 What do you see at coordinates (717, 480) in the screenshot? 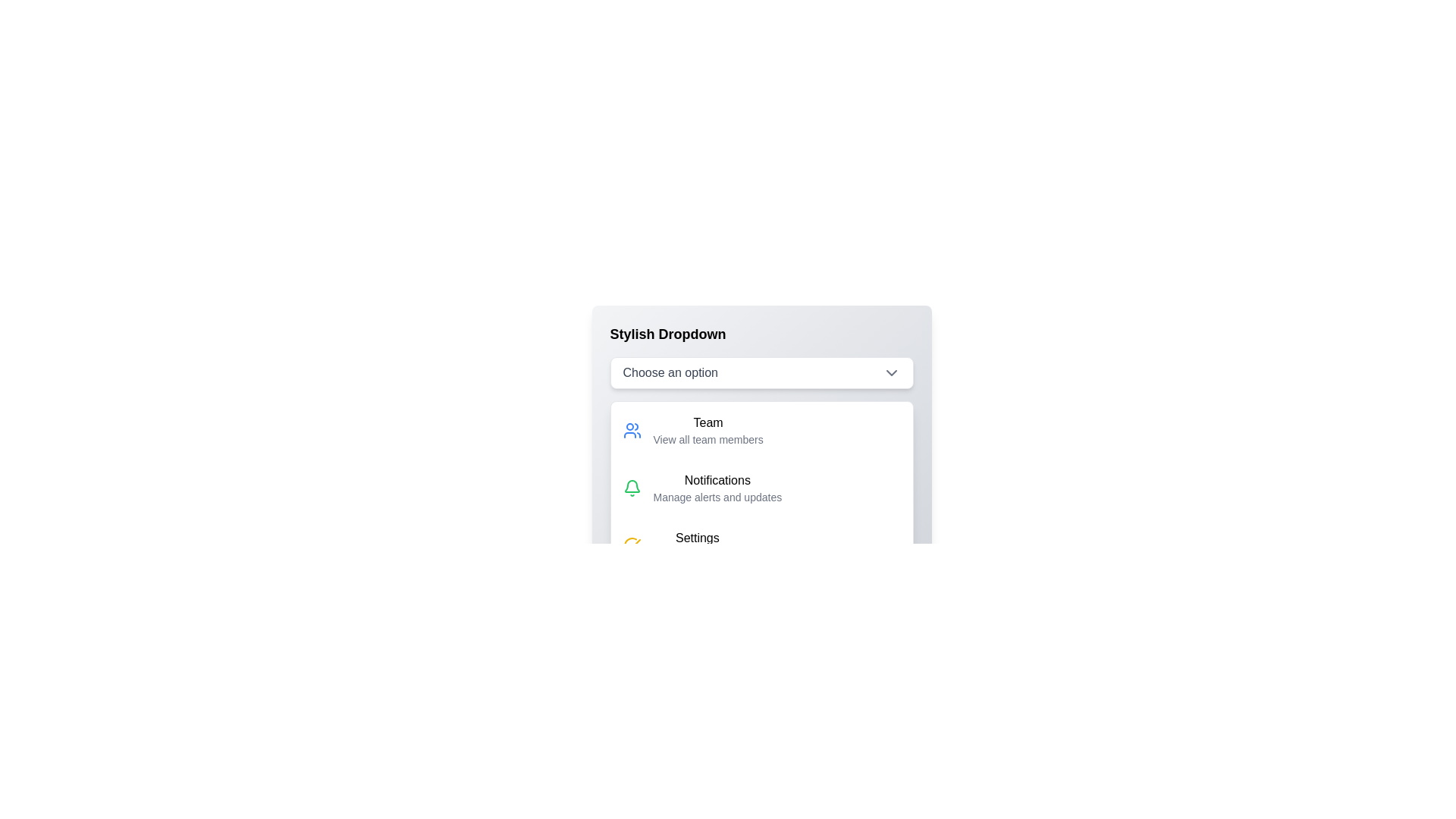
I see `the 'Notifications' label element` at bounding box center [717, 480].